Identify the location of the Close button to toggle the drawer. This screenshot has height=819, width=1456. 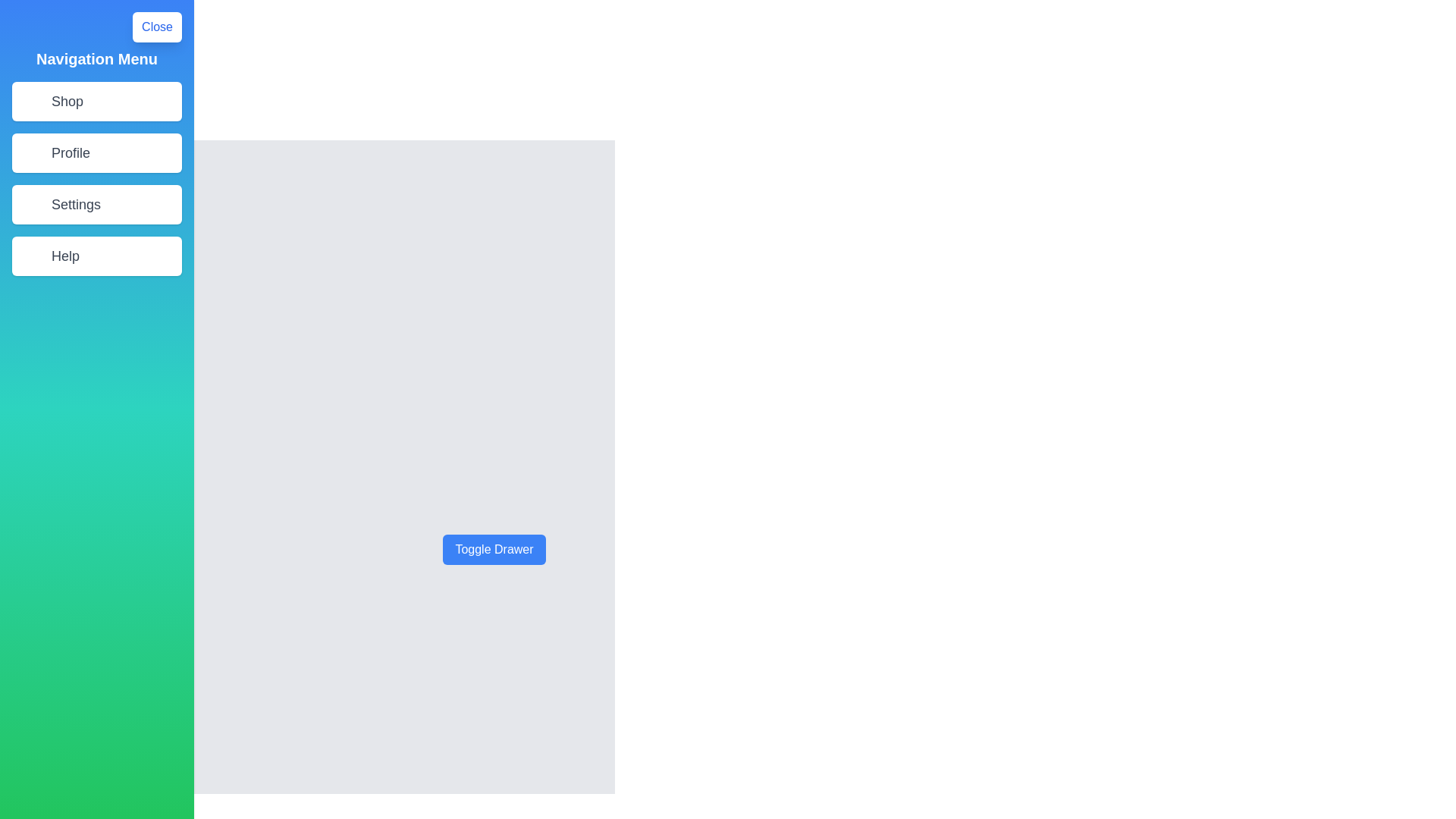
(157, 27).